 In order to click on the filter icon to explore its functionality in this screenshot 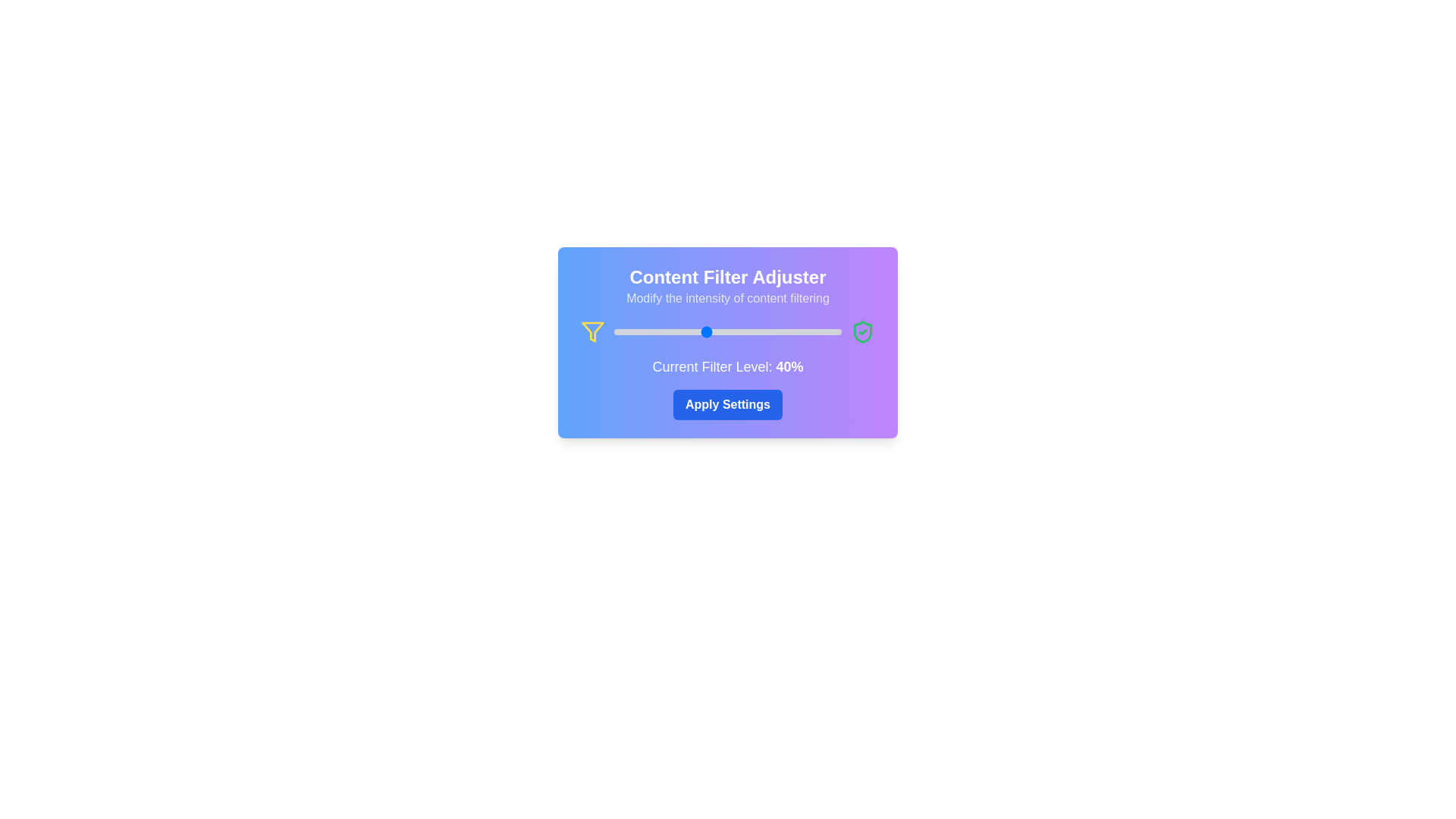, I will do `click(592, 331)`.